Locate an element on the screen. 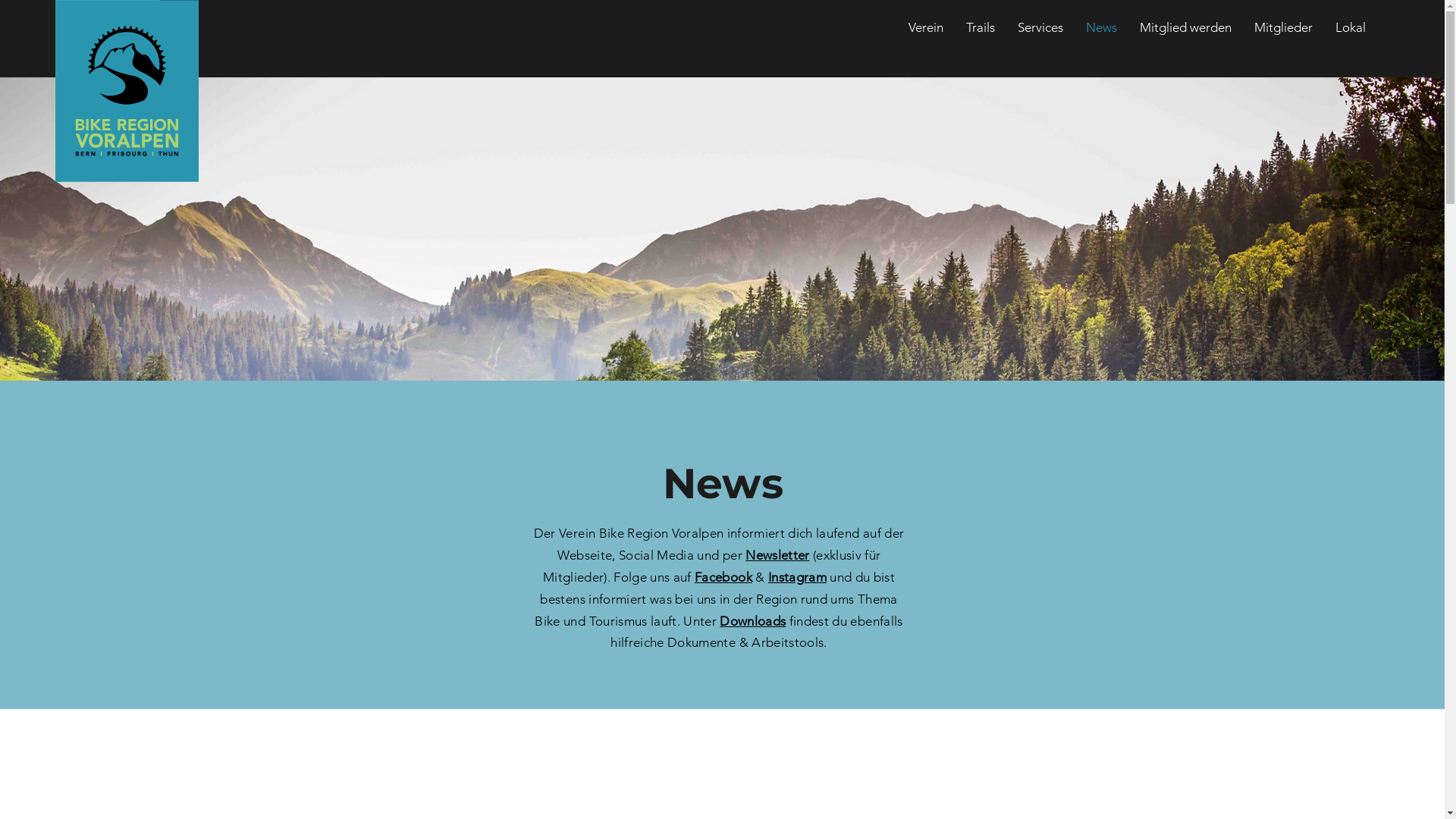  'Newsletter' is located at coordinates (777, 555).